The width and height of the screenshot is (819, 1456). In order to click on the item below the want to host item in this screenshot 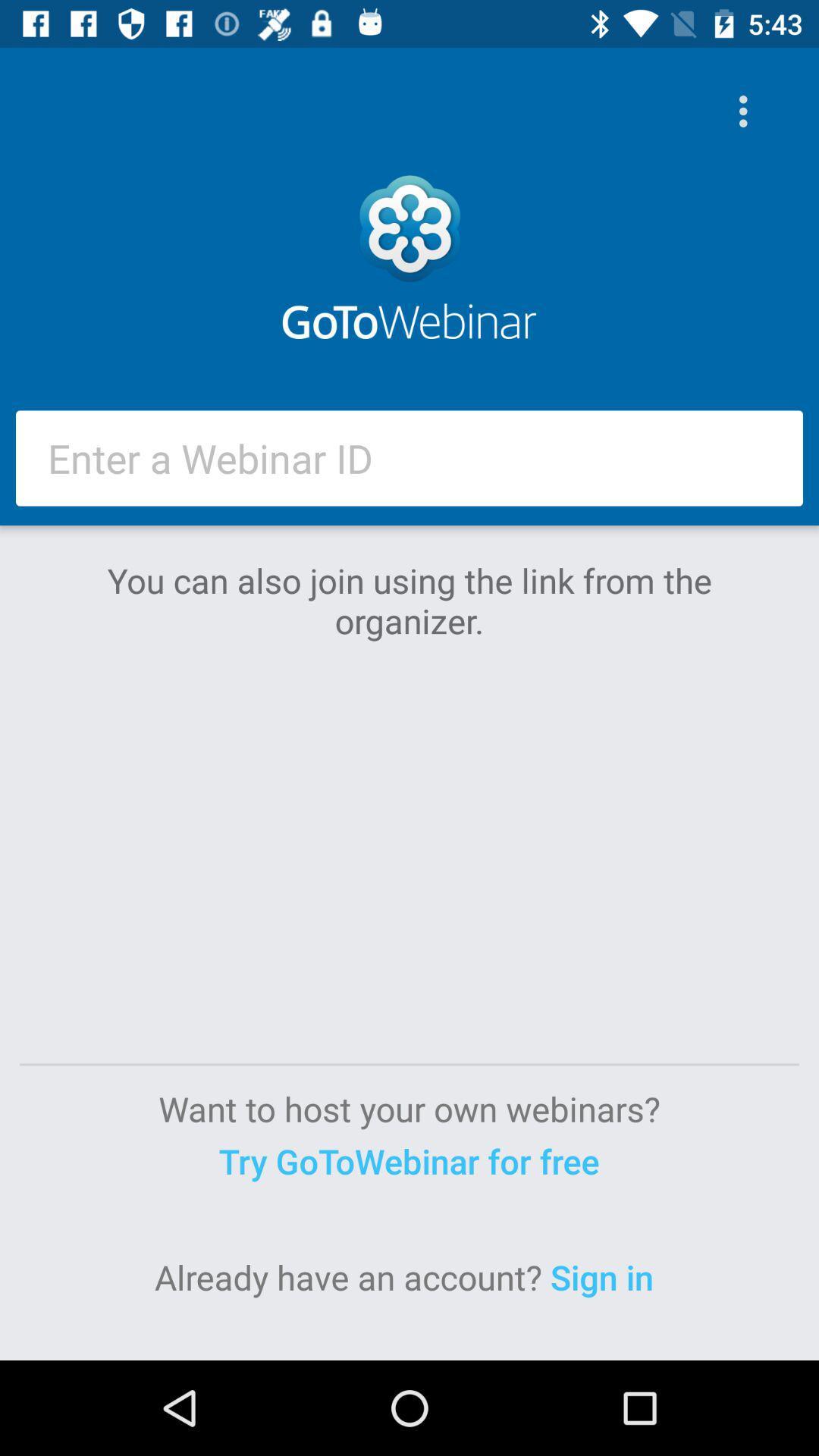, I will do `click(408, 1160)`.